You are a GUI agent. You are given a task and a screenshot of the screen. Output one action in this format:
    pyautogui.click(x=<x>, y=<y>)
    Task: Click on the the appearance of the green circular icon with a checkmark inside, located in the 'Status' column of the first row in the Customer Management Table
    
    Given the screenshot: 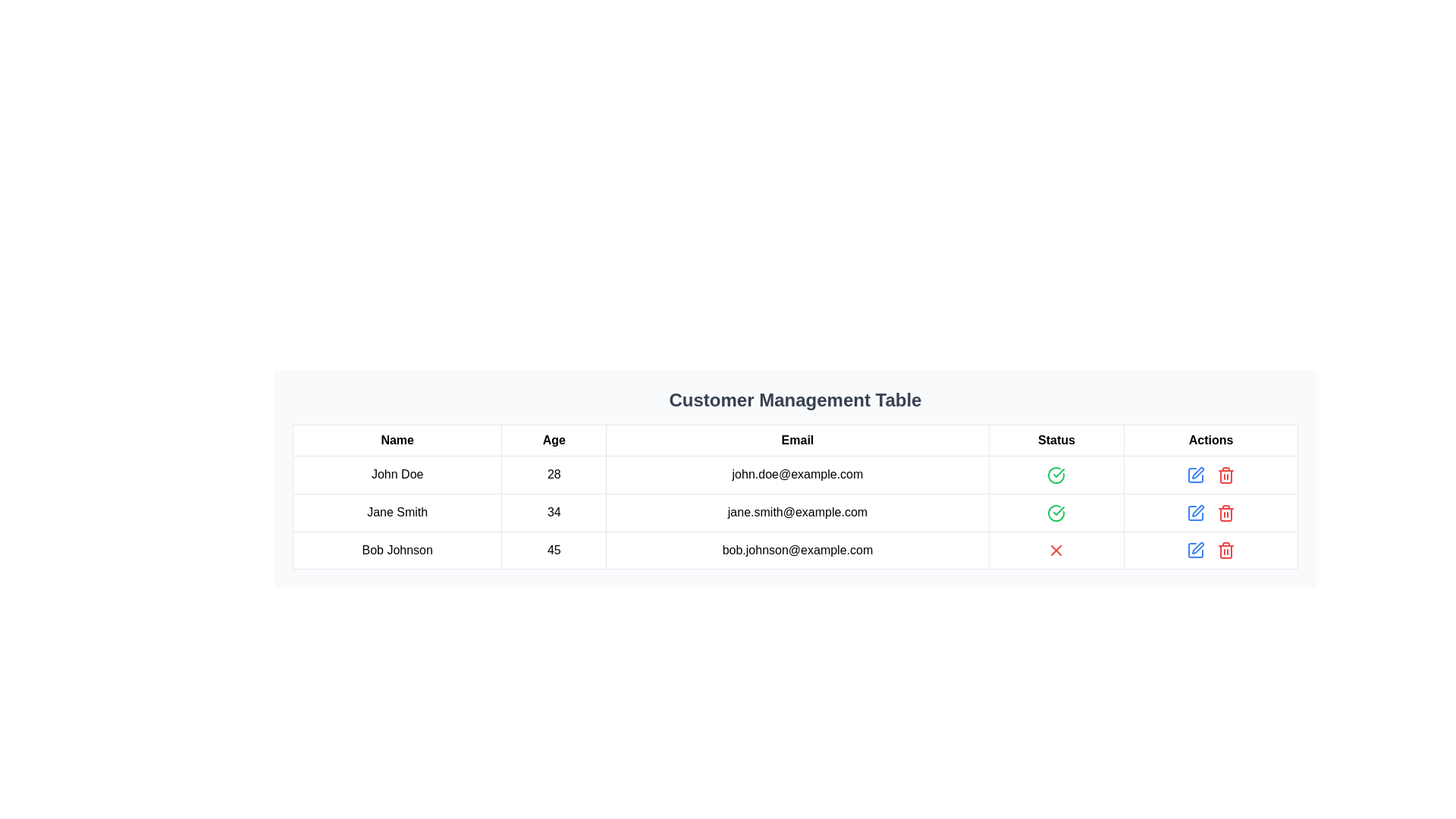 What is the action you would take?
    pyautogui.click(x=1056, y=474)
    